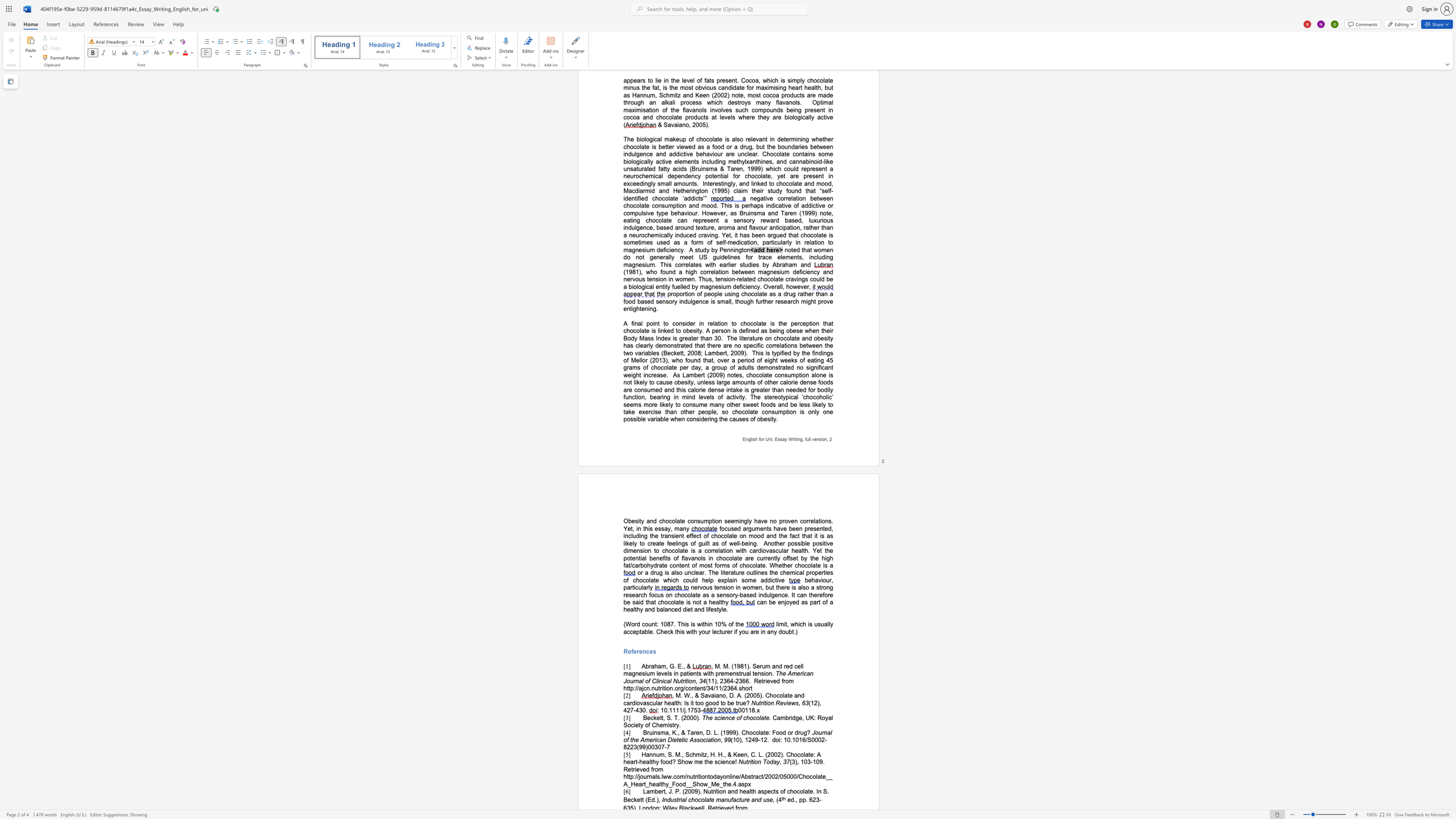 The image size is (1456, 819). What do you see at coordinates (723, 520) in the screenshot?
I see `the subset text "seeming" within the text "seemingly have"` at bounding box center [723, 520].